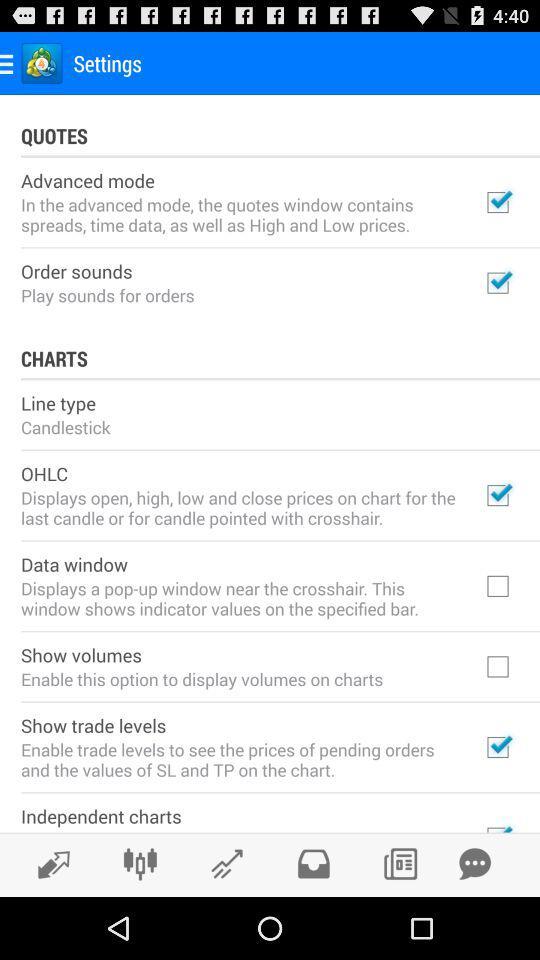  I want to click on open messages/notifications, so click(474, 863).